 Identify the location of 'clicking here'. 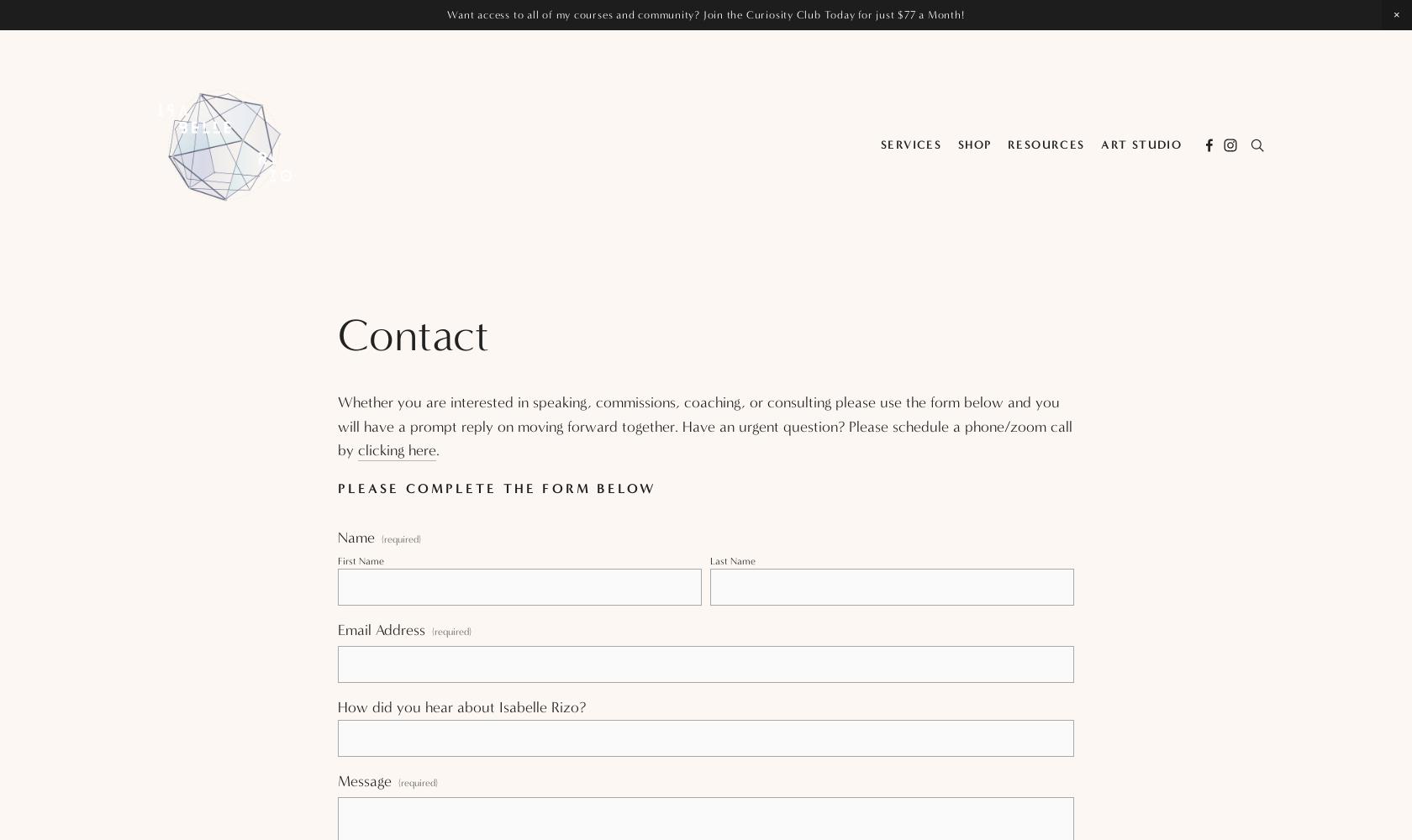
(397, 450).